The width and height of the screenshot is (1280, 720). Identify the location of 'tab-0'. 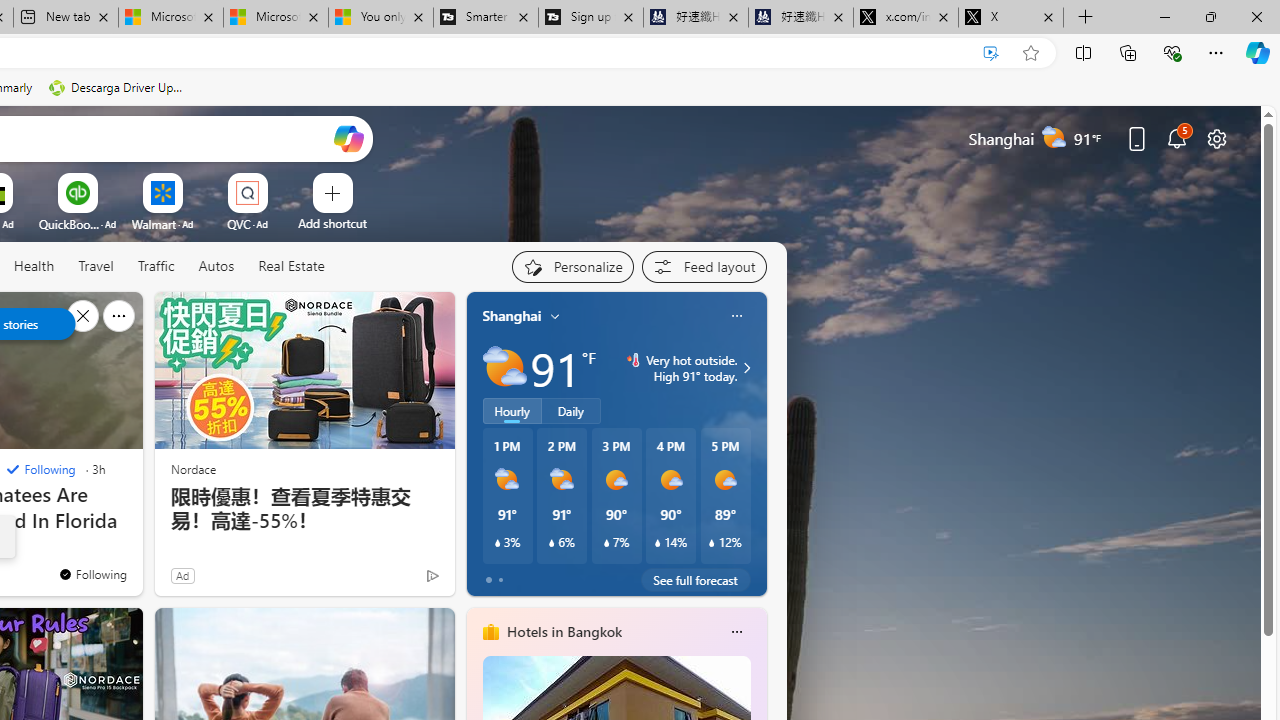
(488, 579).